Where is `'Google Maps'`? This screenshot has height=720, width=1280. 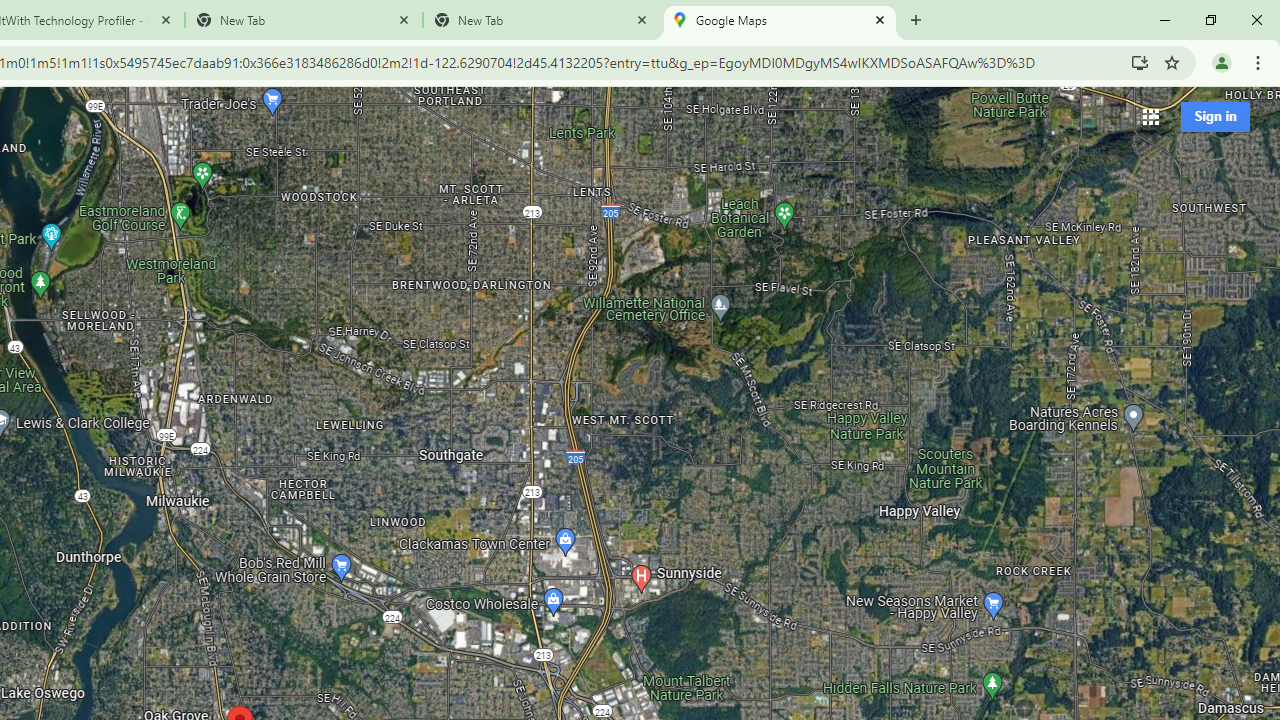
'Google Maps' is located at coordinates (778, 20).